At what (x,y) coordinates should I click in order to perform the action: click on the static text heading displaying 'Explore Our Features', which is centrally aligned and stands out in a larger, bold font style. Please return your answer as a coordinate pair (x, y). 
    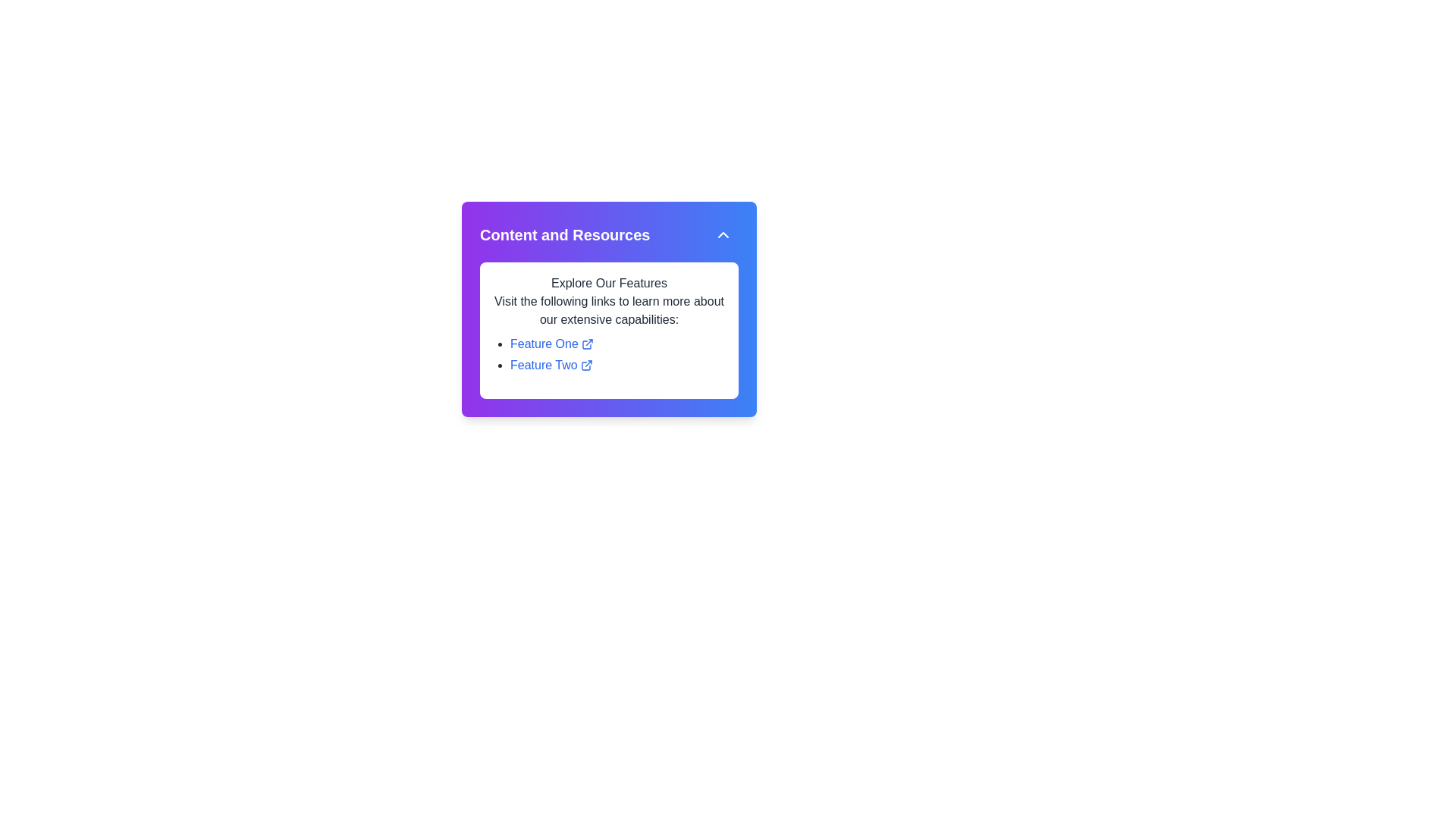
    Looking at the image, I should click on (609, 284).